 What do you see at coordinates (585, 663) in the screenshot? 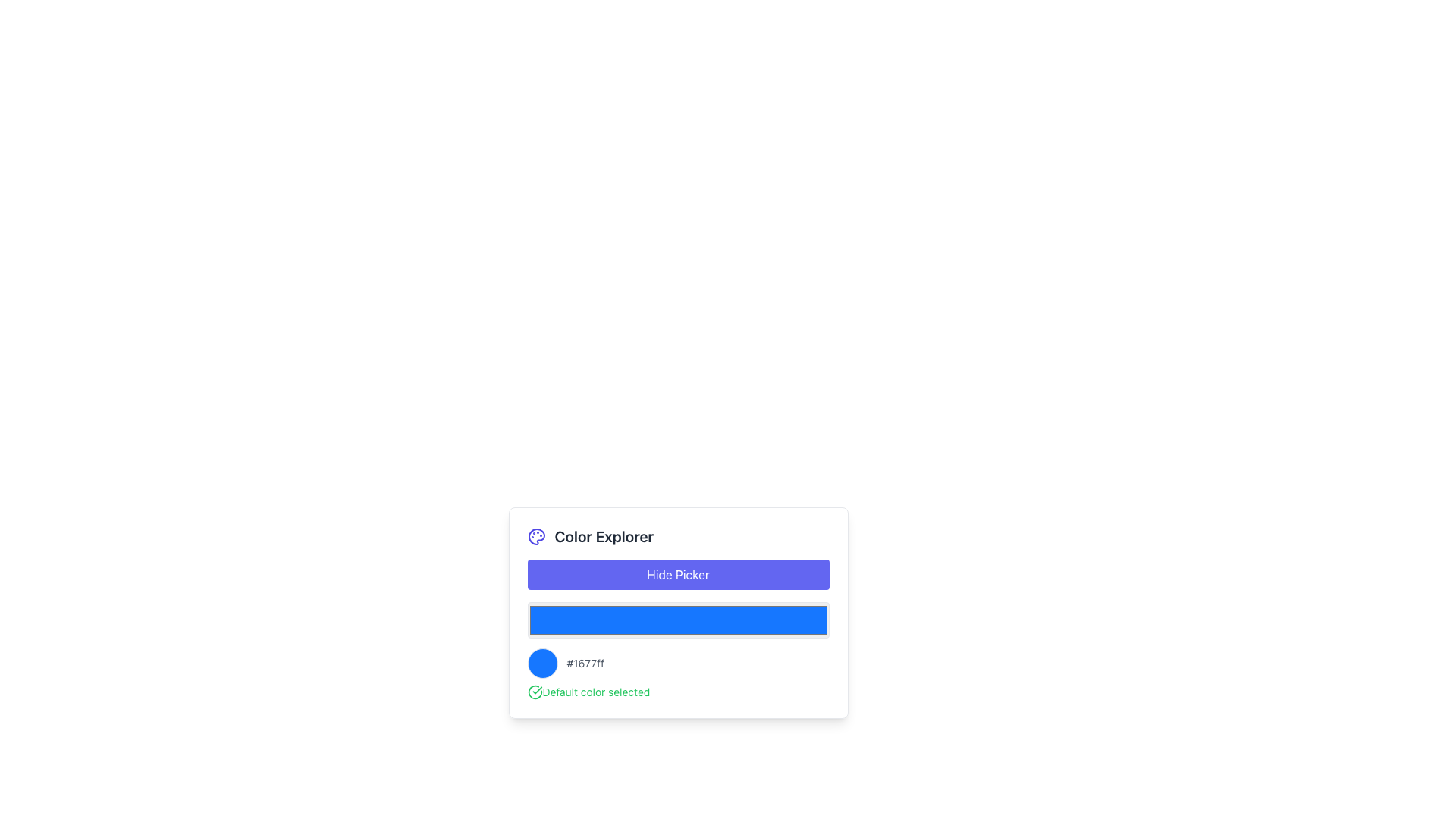
I see `displayed color code value from the text label located to the right of the circular blue color indicator and below the blue rectangular color bar in the color settings panel` at bounding box center [585, 663].